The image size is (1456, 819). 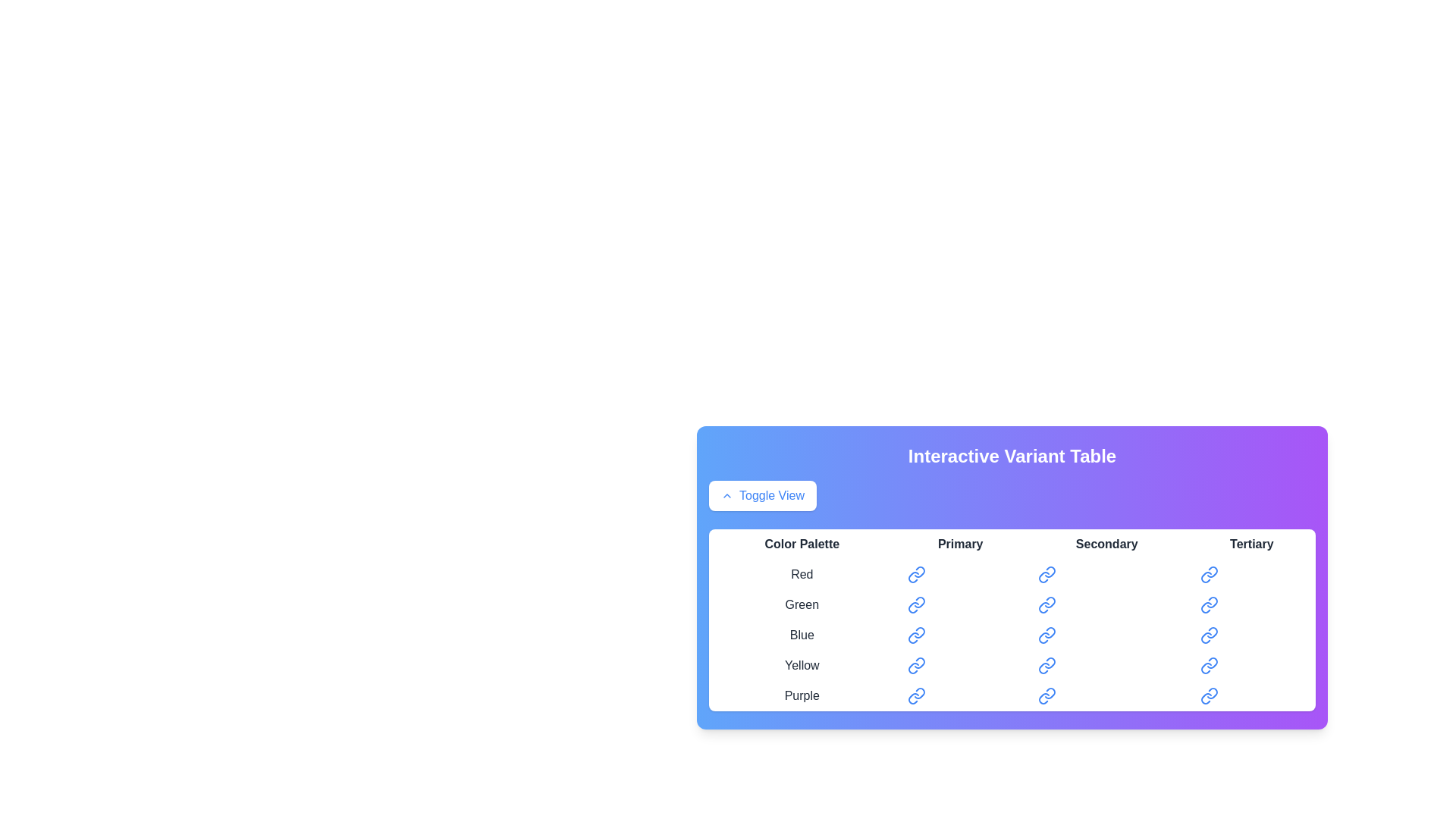 What do you see at coordinates (801, 575) in the screenshot?
I see `the text label that displays the word 'Red', located in the 'Color Palette' column of the table` at bounding box center [801, 575].